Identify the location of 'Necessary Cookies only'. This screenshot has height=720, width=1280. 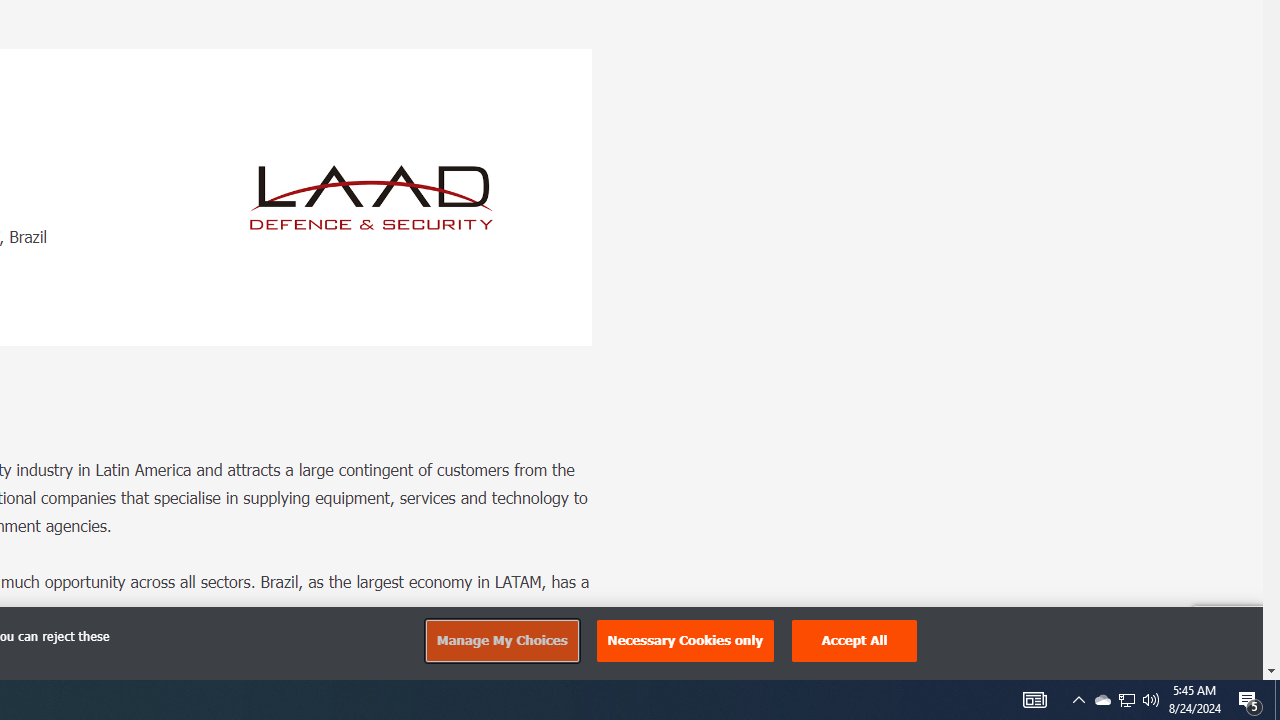
(685, 640).